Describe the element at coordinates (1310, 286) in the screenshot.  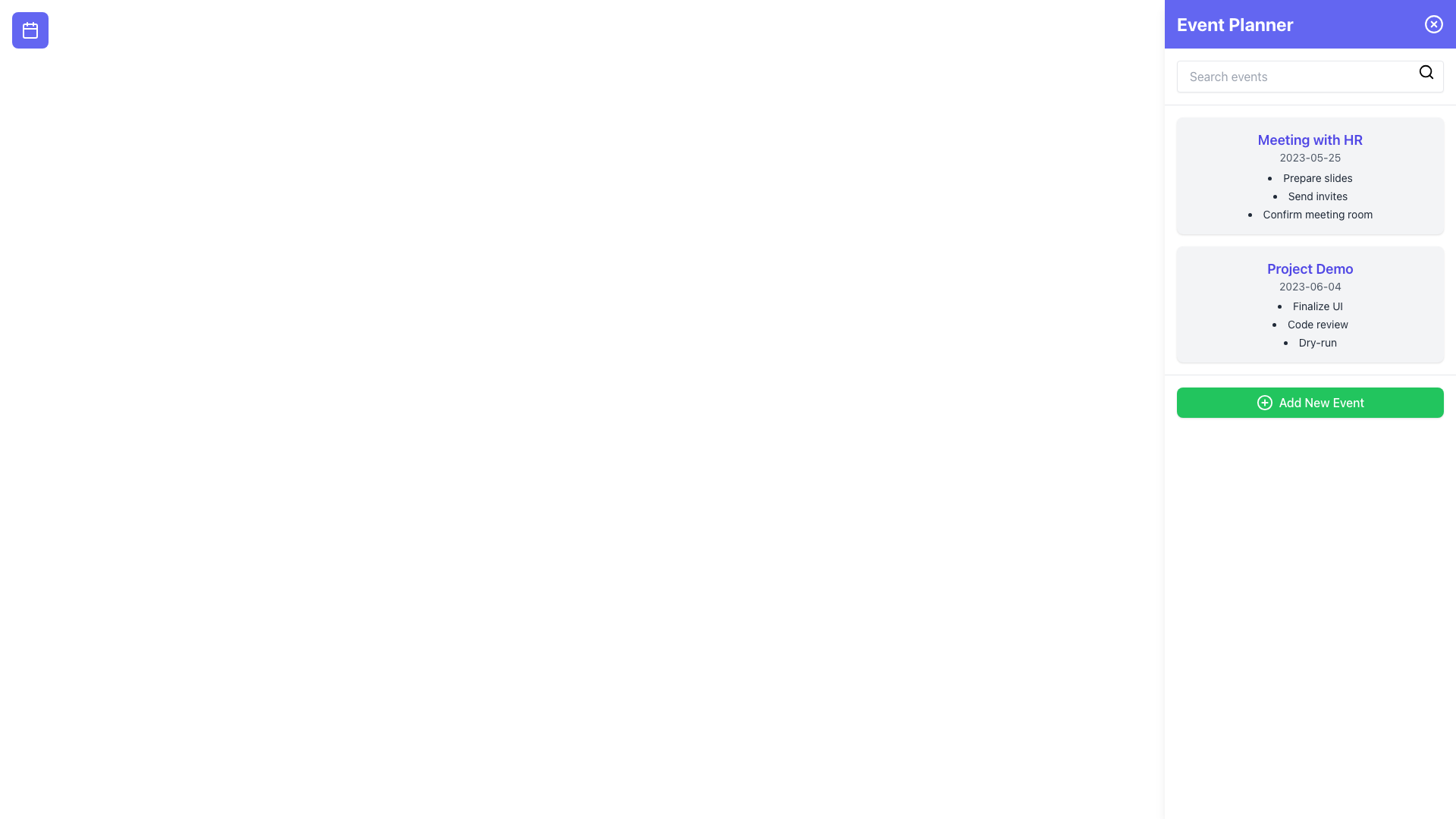
I see `text label displaying the date for the 'Project Demo' event, which is located below the event title in the right-hand panel of the interface` at that location.